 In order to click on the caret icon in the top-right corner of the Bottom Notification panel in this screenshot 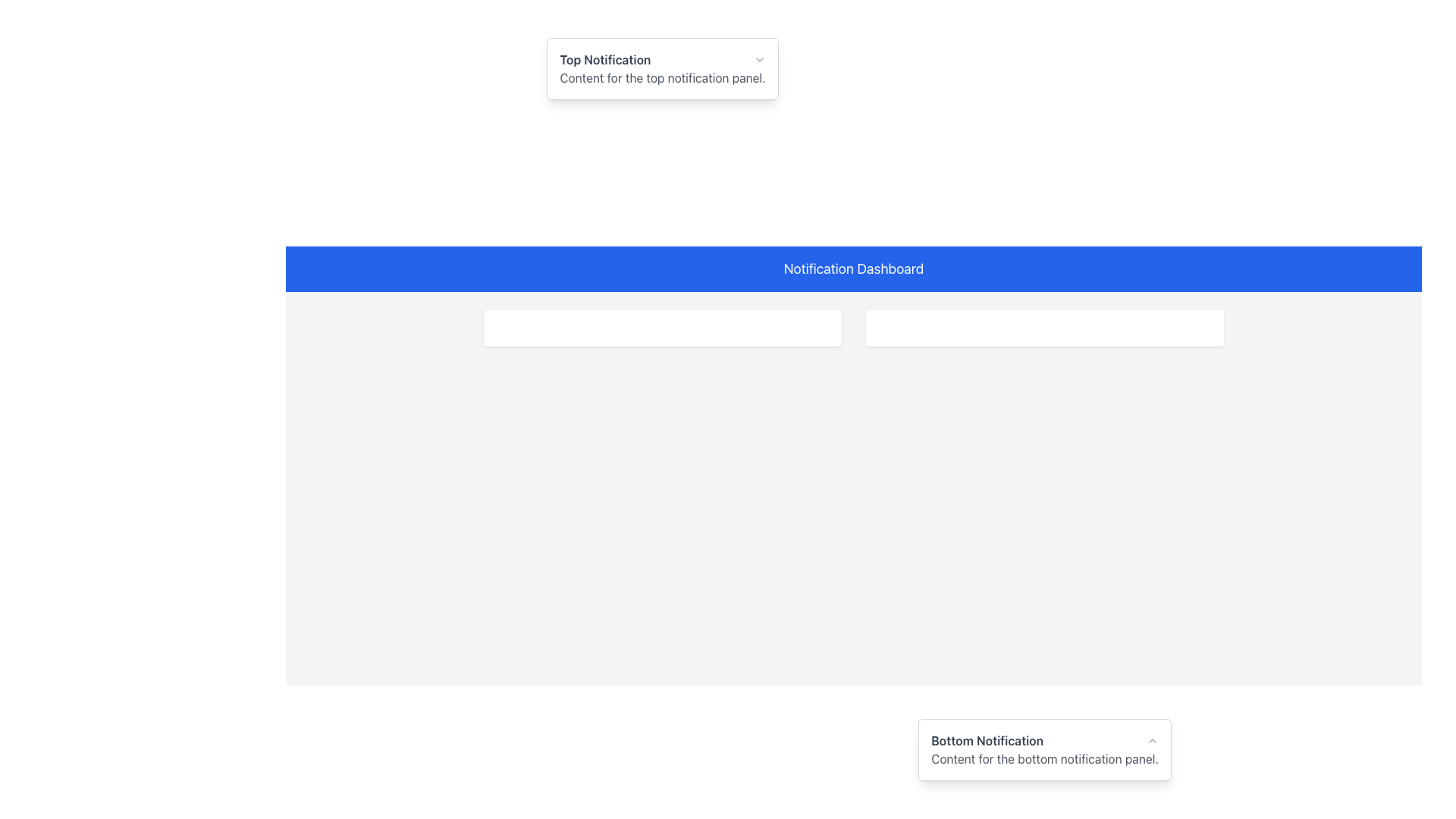, I will do `click(1043, 748)`.